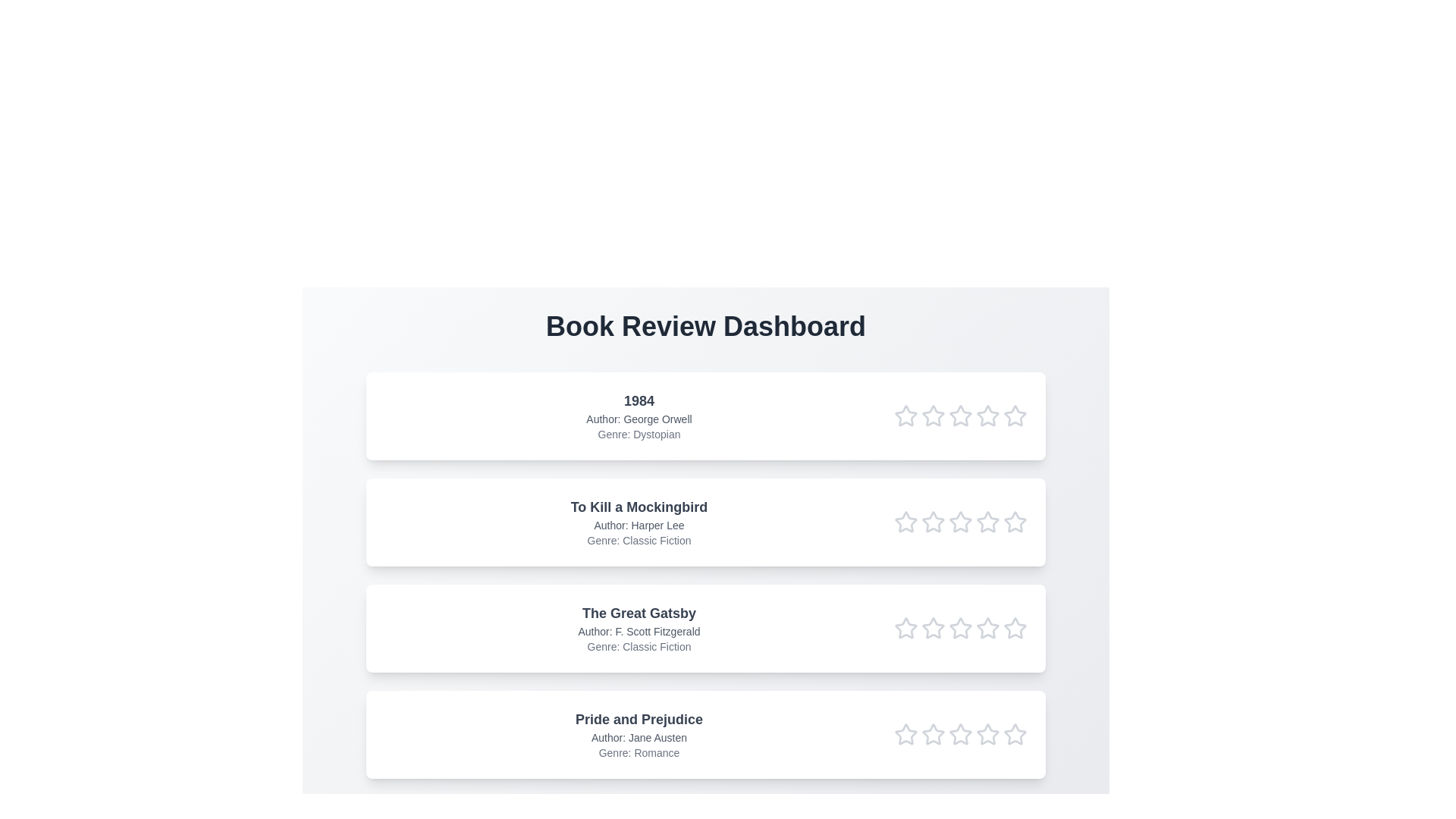 This screenshot has width=1456, height=819. Describe the element at coordinates (1015, 416) in the screenshot. I see `the rating of the book '1984' to 5 stars by clicking on the respective star` at that location.